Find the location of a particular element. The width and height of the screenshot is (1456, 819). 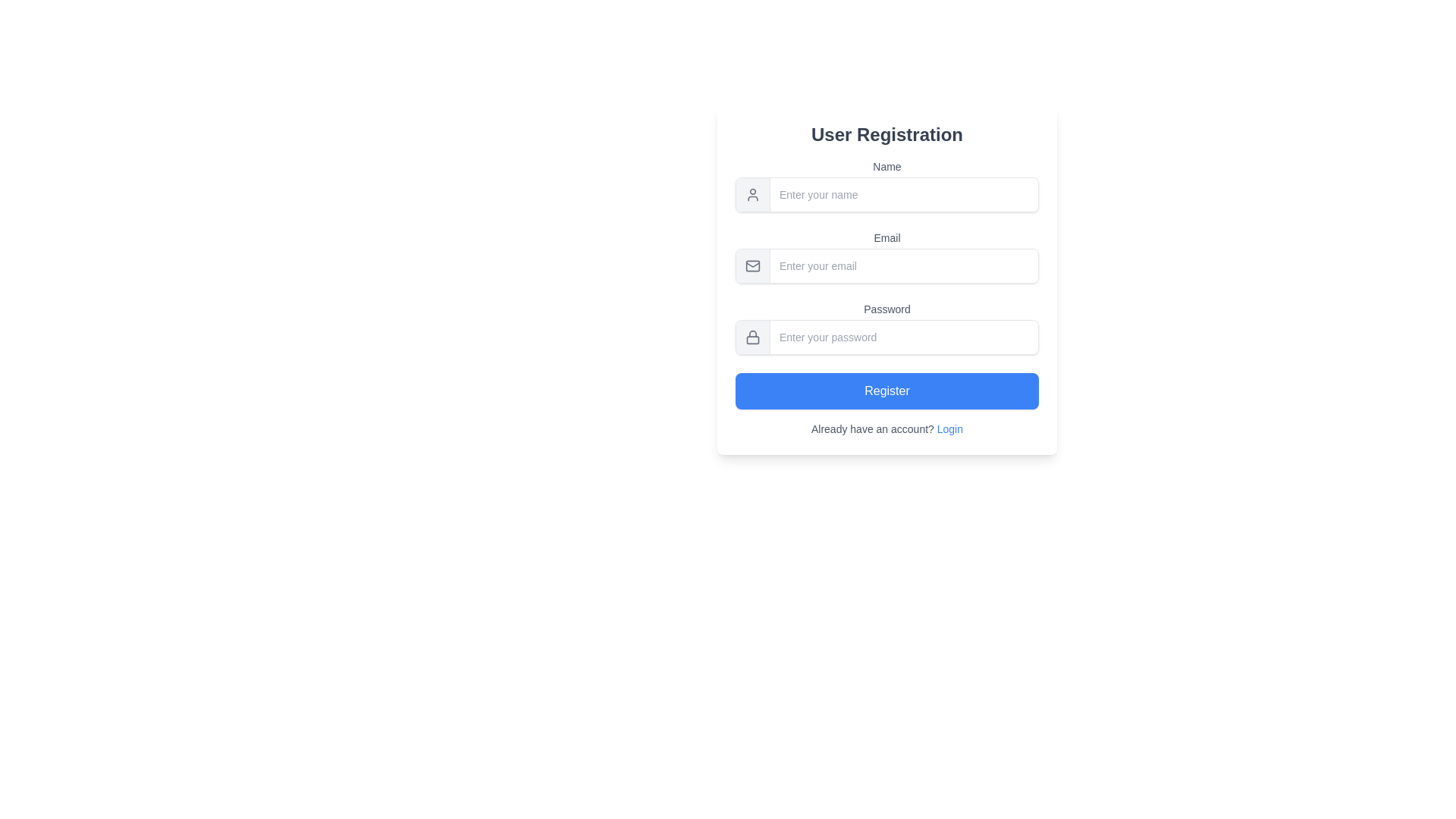

the email input icon located to the left of the email input field in the user registration form is located at coordinates (753, 265).